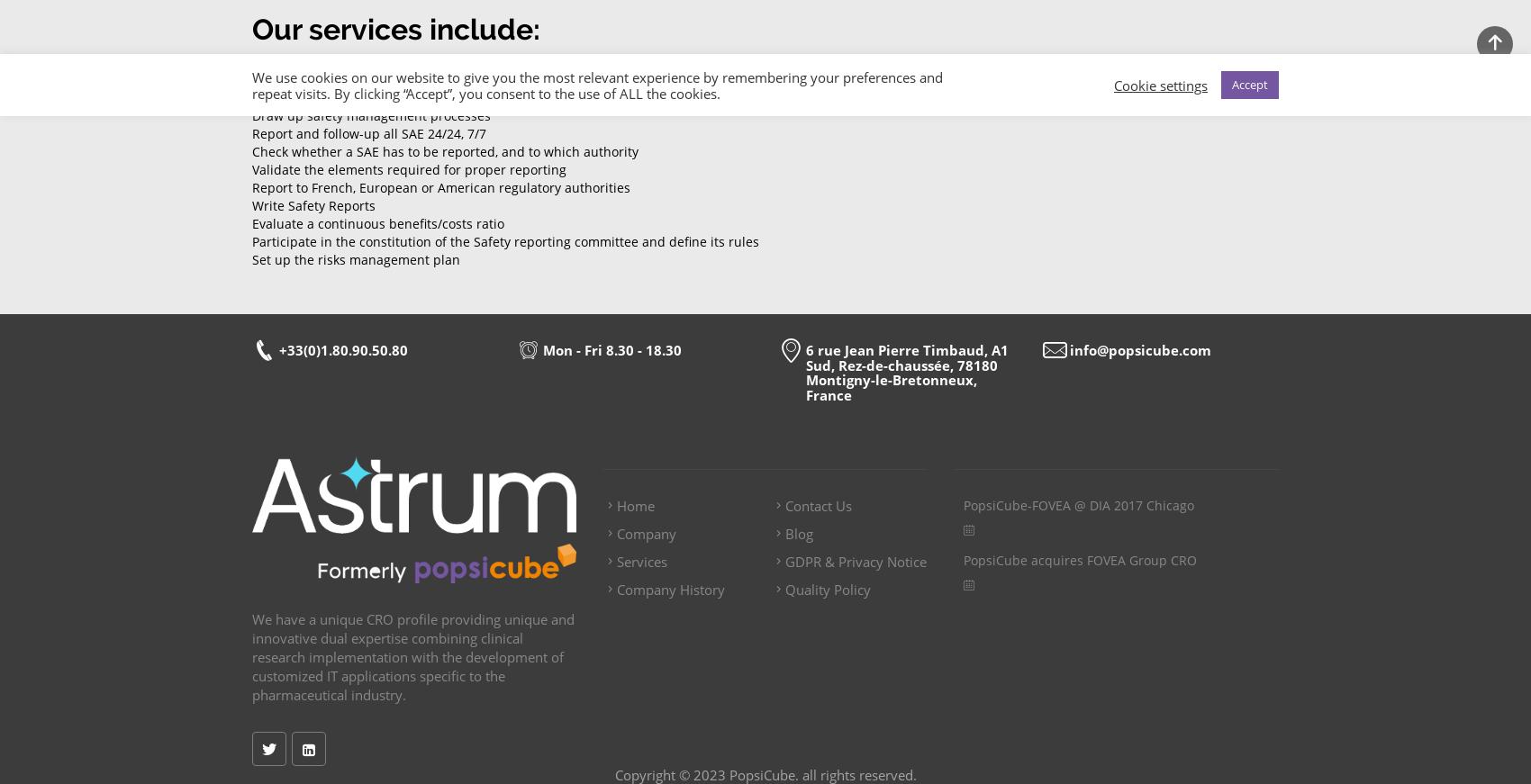 The height and width of the screenshot is (784, 1531). What do you see at coordinates (1112, 83) in the screenshot?
I see `'Cookie settings'` at bounding box center [1112, 83].